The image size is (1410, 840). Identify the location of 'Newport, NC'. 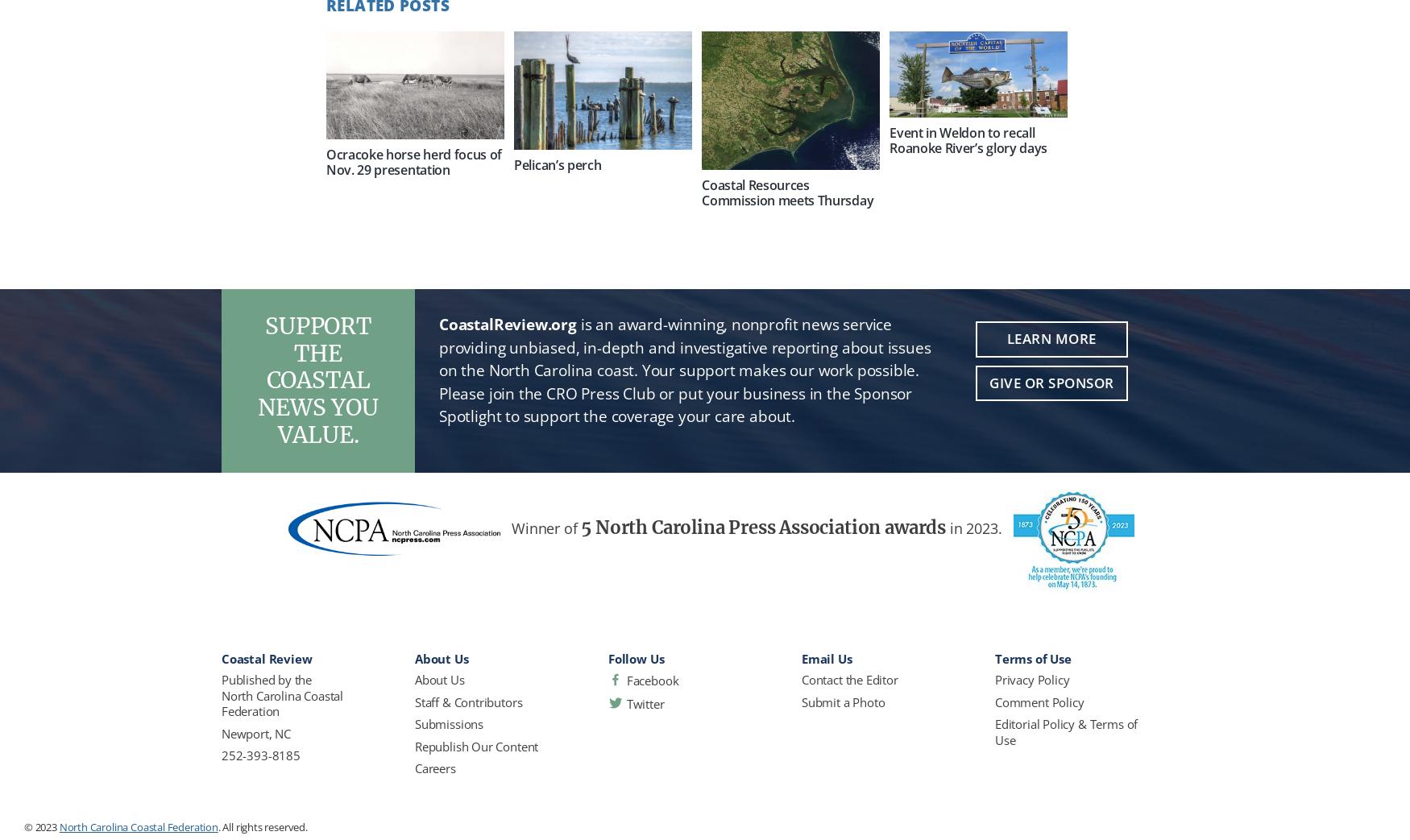
(255, 732).